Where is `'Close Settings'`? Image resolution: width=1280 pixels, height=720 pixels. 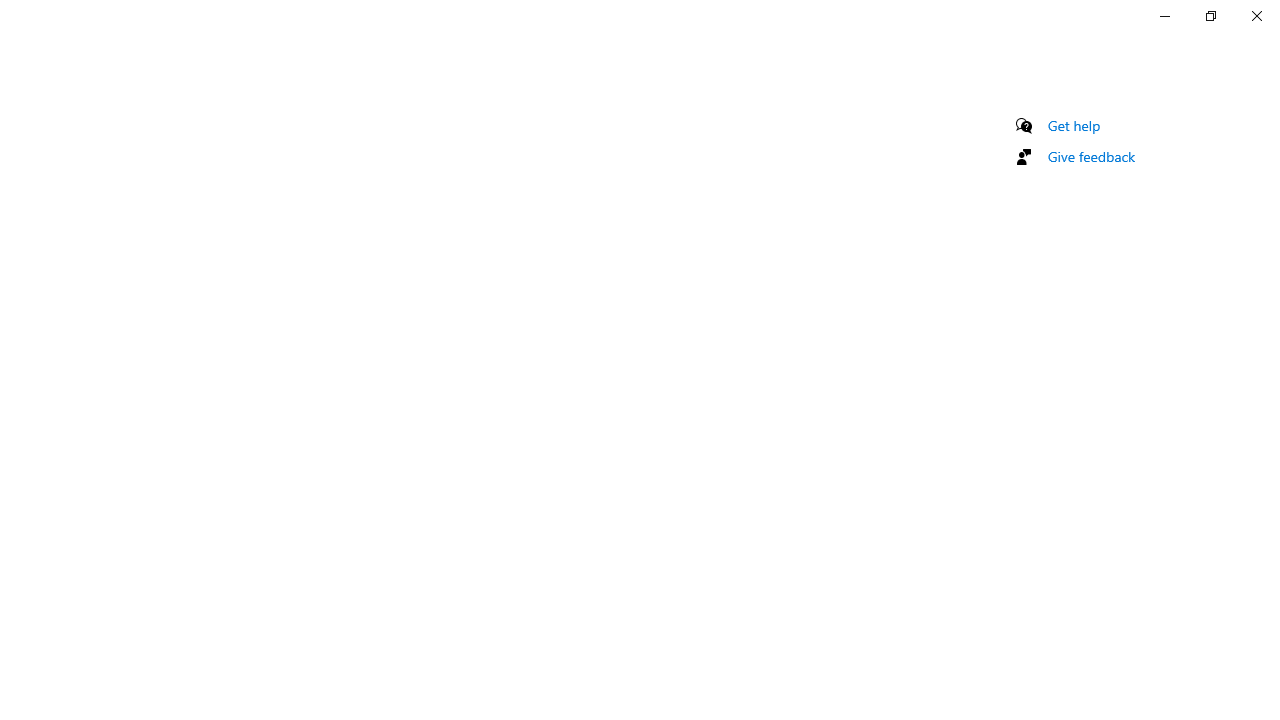 'Close Settings' is located at coordinates (1255, 15).